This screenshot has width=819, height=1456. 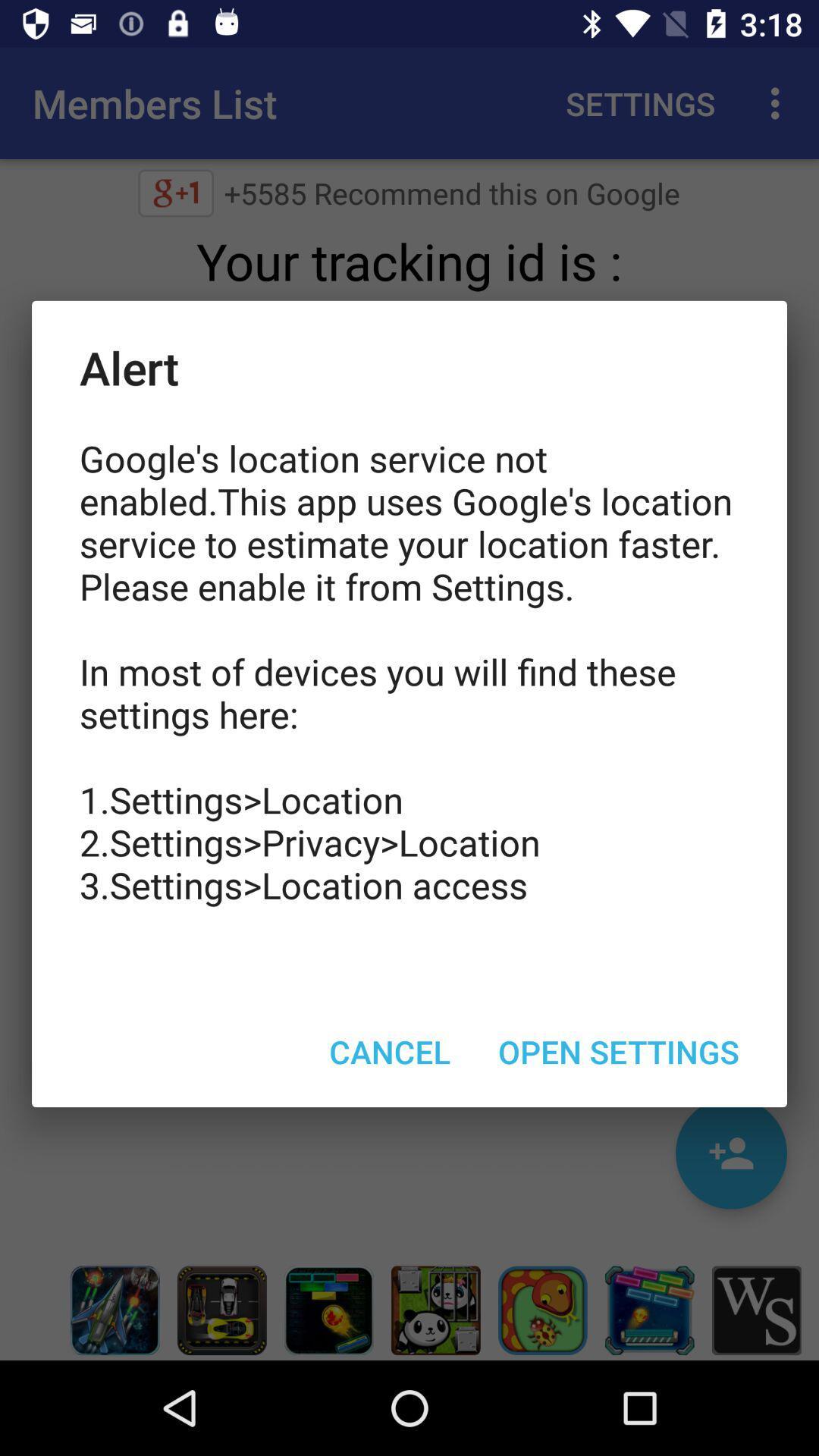 I want to click on item below google s location icon, so click(x=389, y=1050).